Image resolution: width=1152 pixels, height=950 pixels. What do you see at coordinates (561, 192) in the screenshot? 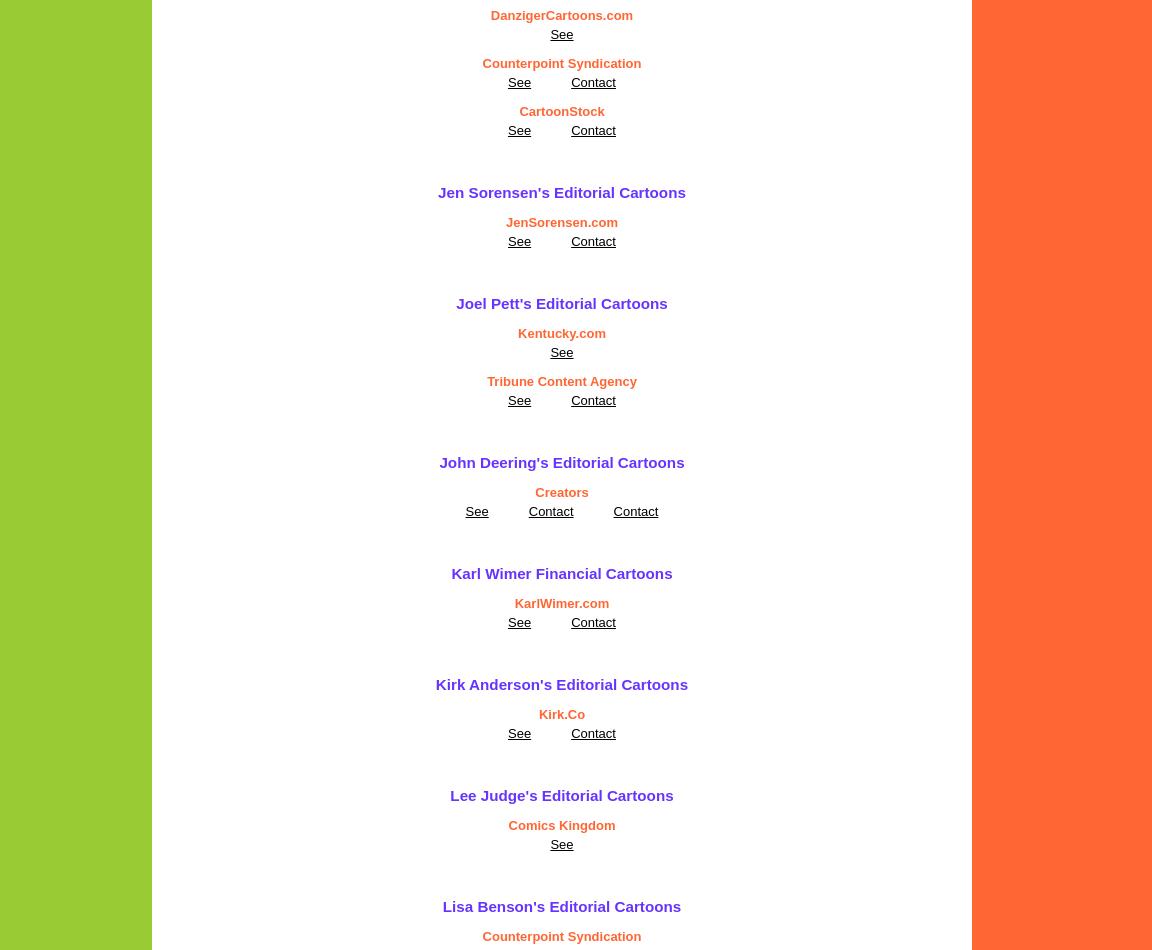
I see `'Jen Sorensen's Editorial Cartoons'` at bounding box center [561, 192].